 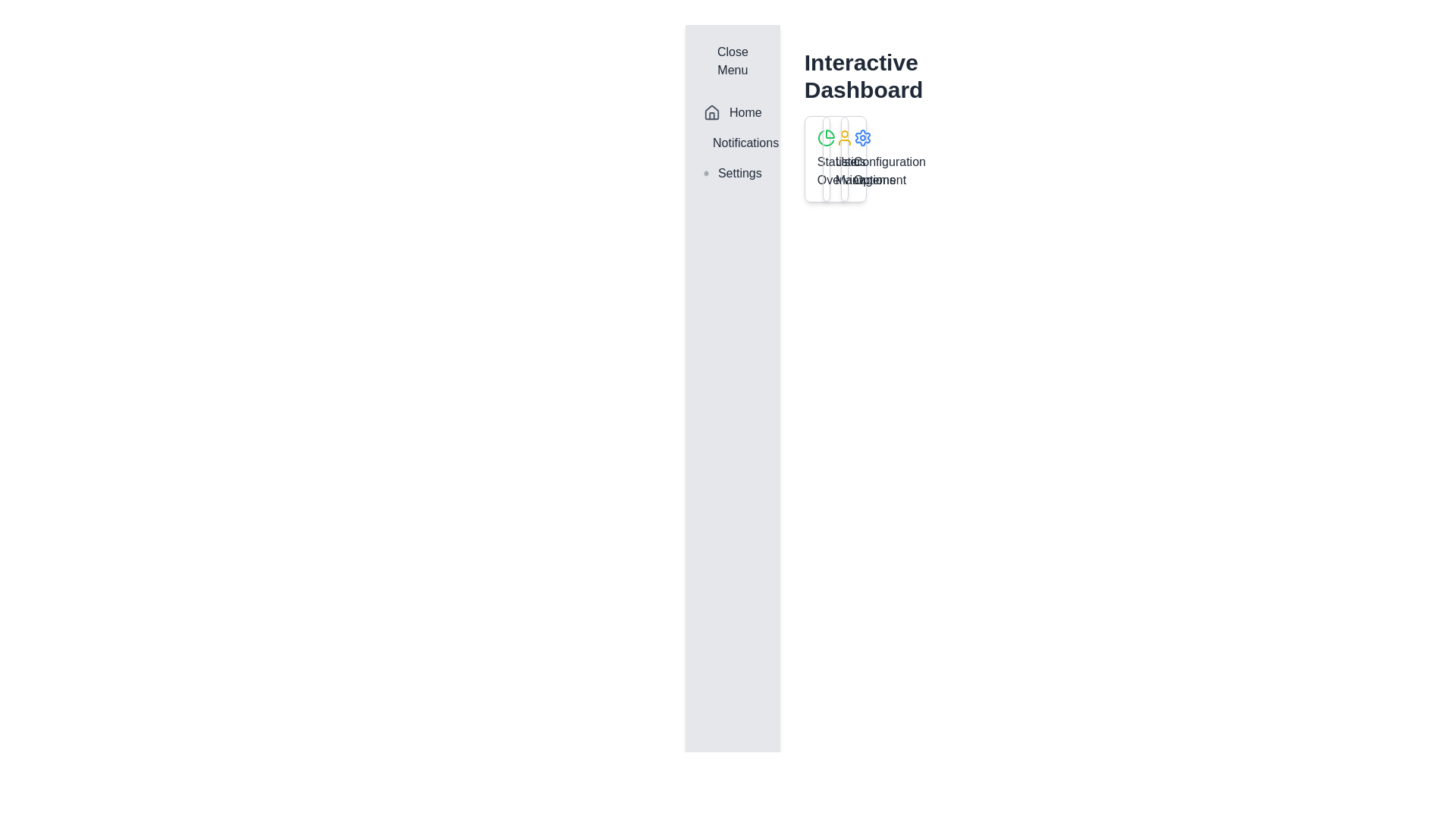 I want to click on the statistical data indicator icon located at the top-left corner of the 'Statistics Overview' card in the main content panel, so click(x=825, y=137).